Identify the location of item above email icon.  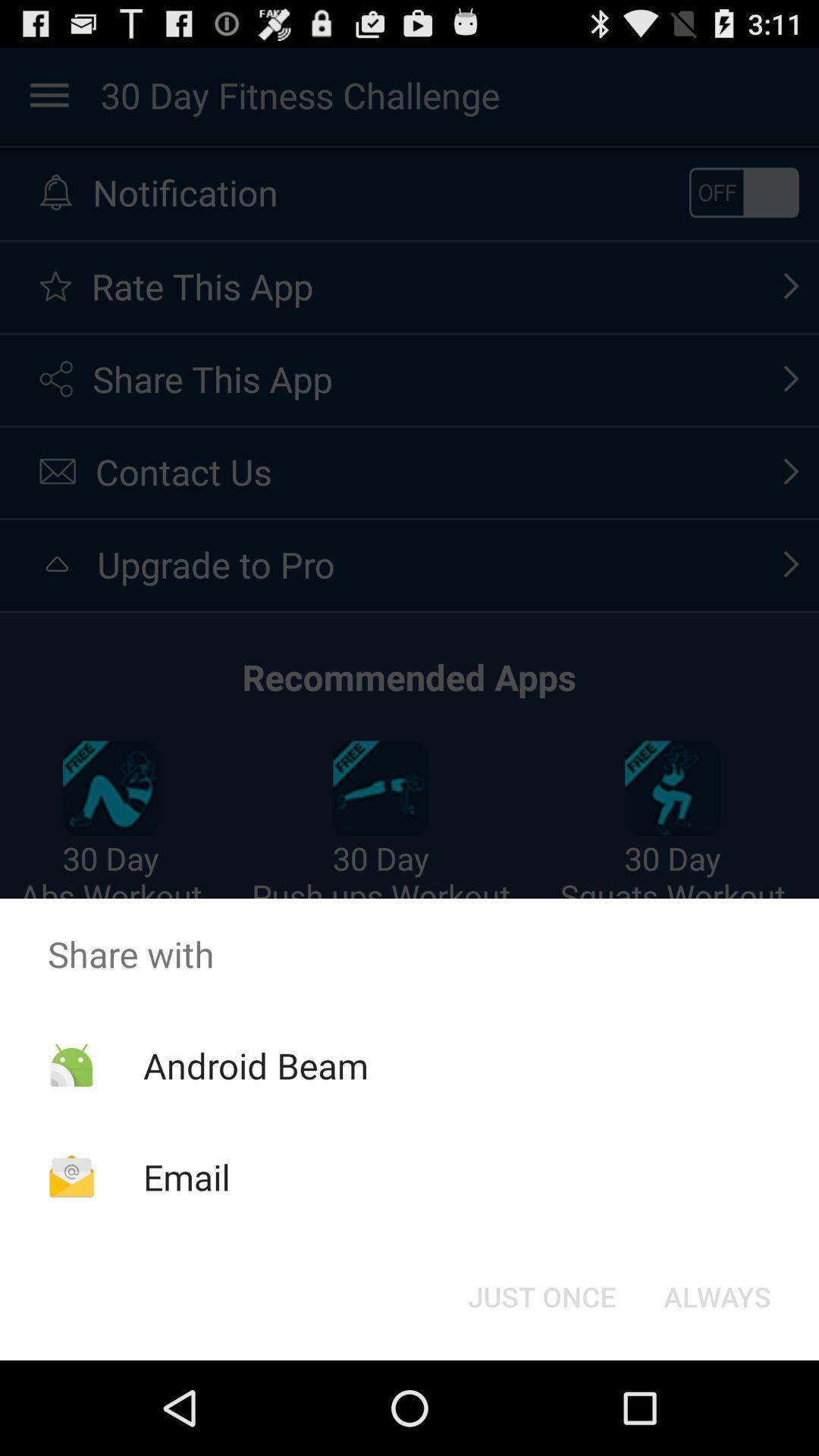
(255, 1065).